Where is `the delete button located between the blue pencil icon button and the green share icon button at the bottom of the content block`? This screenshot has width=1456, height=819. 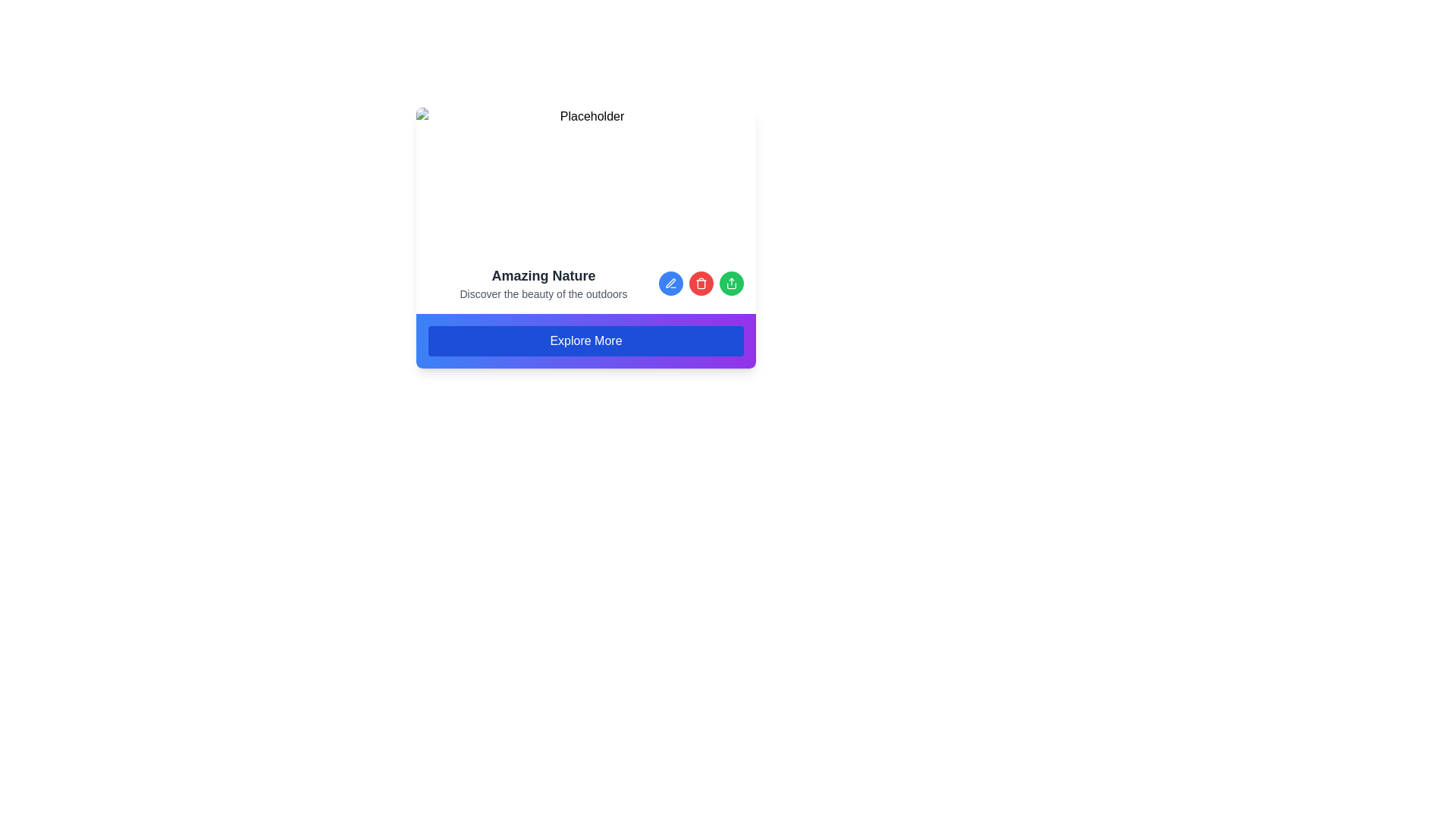 the delete button located between the blue pencil icon button and the green share icon button at the bottom of the content block is located at coordinates (701, 284).